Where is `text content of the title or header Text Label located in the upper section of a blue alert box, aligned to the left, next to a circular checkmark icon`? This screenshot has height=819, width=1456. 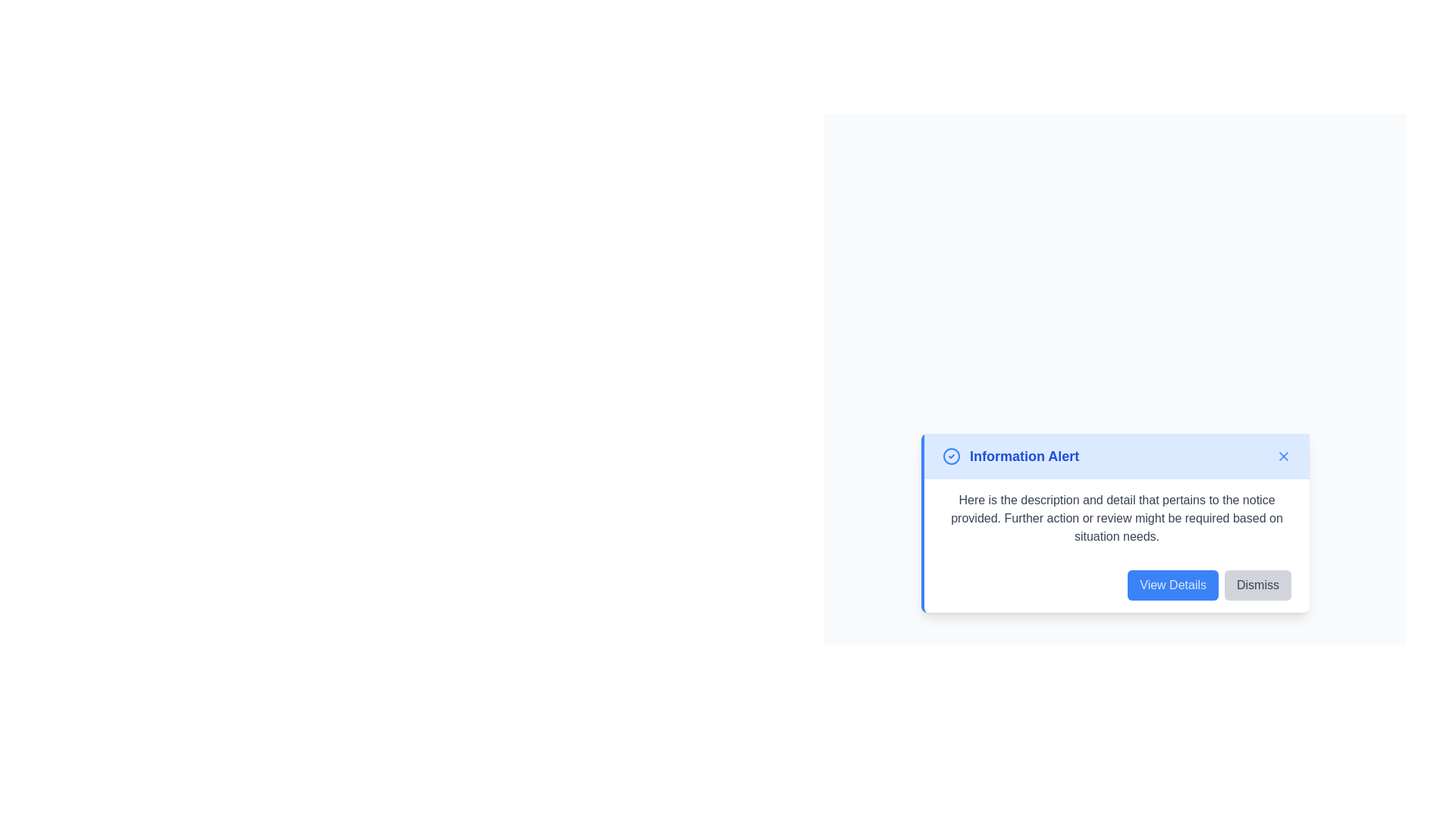
text content of the title or header Text Label located in the upper section of a blue alert box, aligned to the left, next to a circular checkmark icon is located at coordinates (1011, 455).